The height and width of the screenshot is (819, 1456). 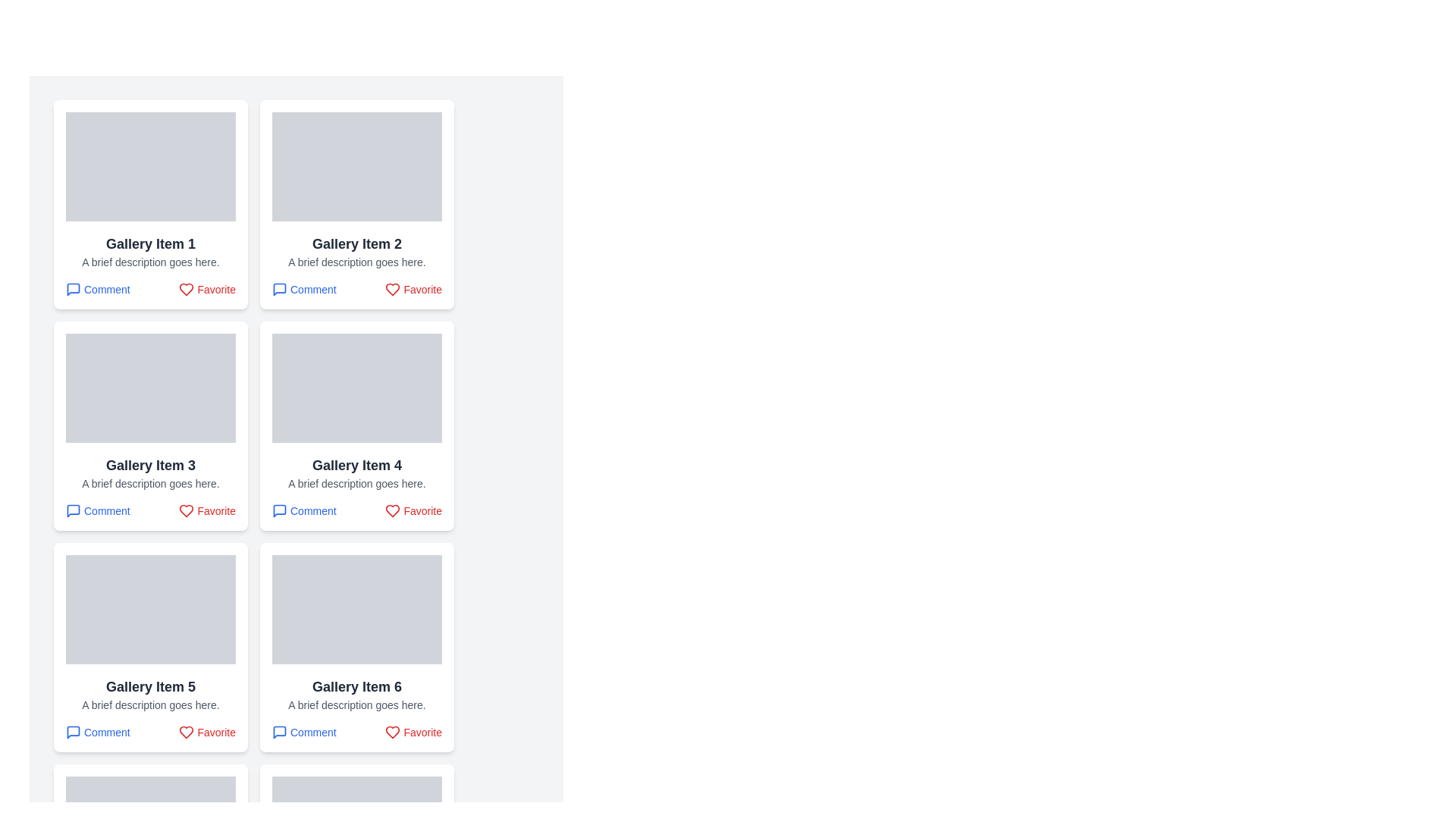 What do you see at coordinates (186, 731) in the screenshot?
I see `the heart-shaped outline icon button located to the left of the 'Favorite' label under 'Gallery Item 5'` at bounding box center [186, 731].